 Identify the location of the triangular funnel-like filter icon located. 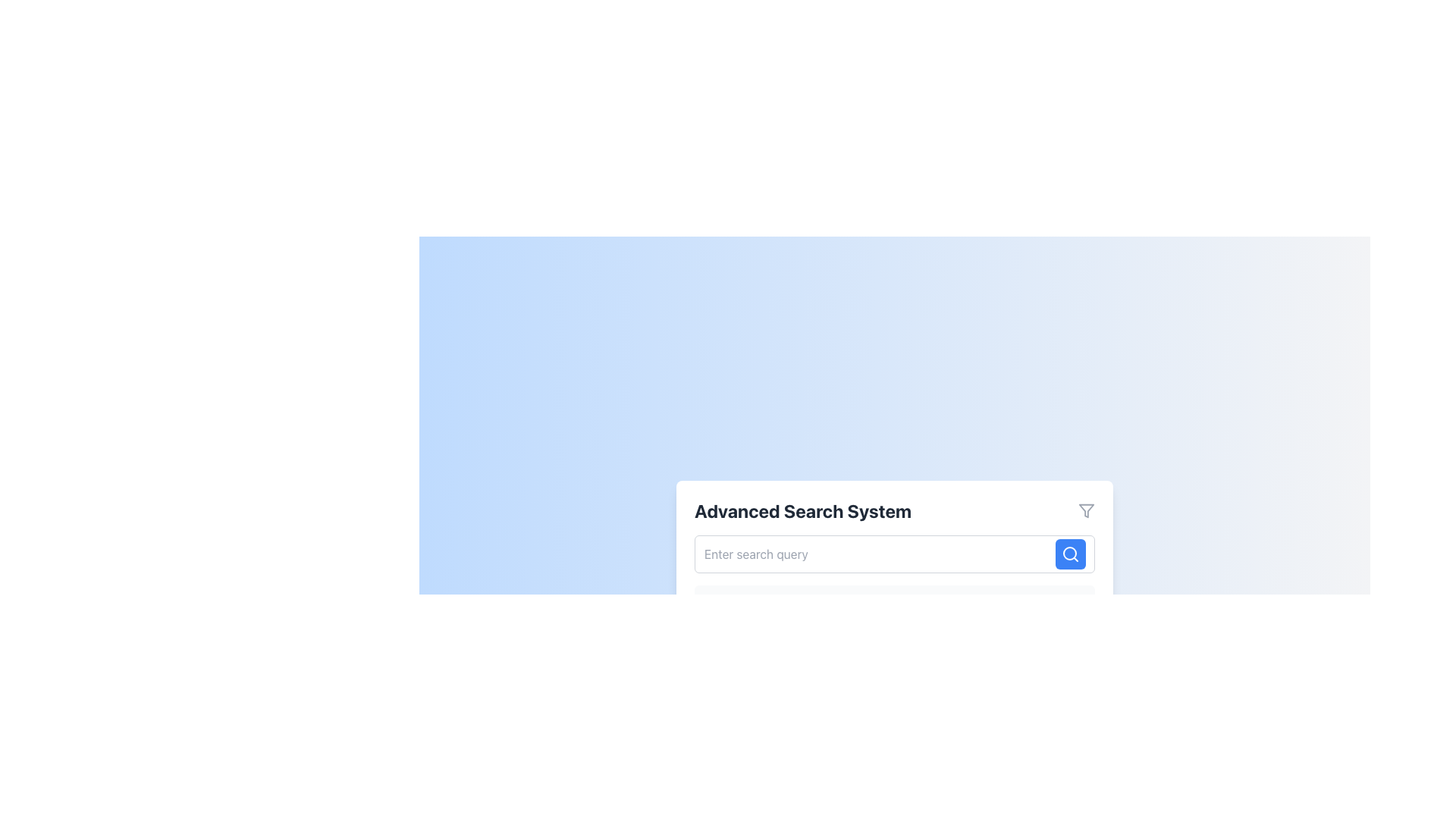
(1086, 511).